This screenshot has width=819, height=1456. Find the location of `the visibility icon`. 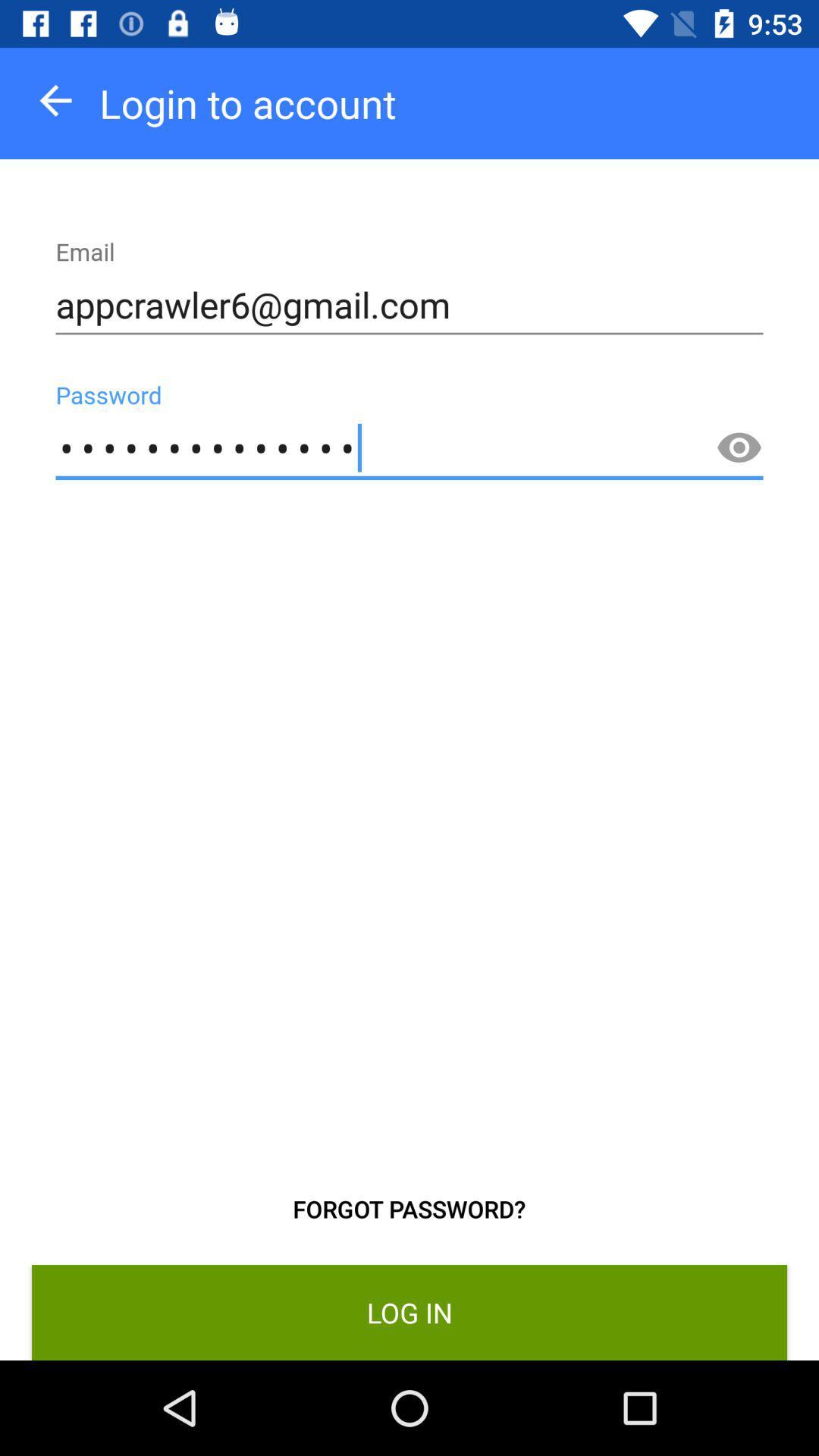

the visibility icon is located at coordinates (739, 447).